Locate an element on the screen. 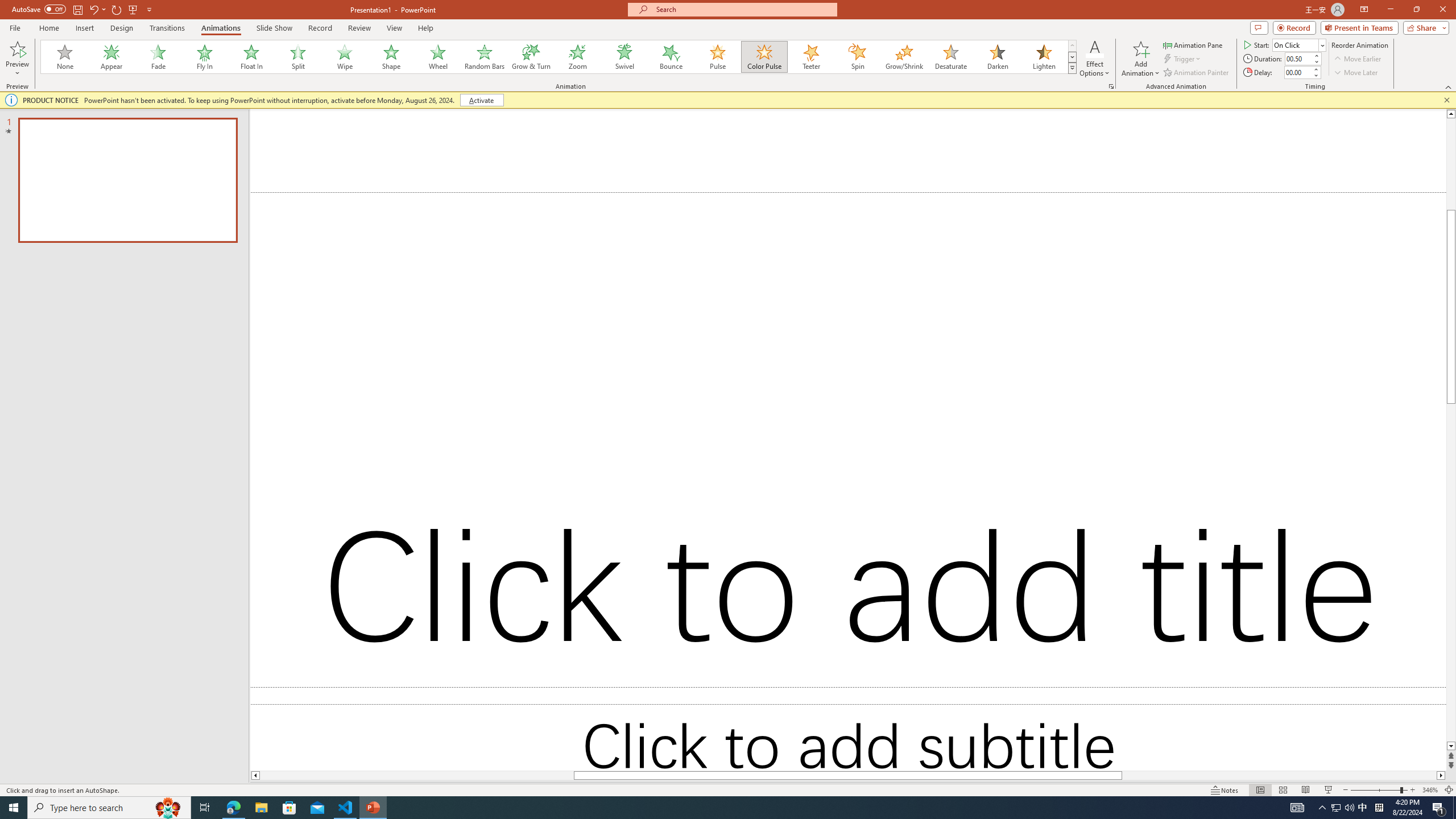  'Animation Pane' is located at coordinates (1194, 44).